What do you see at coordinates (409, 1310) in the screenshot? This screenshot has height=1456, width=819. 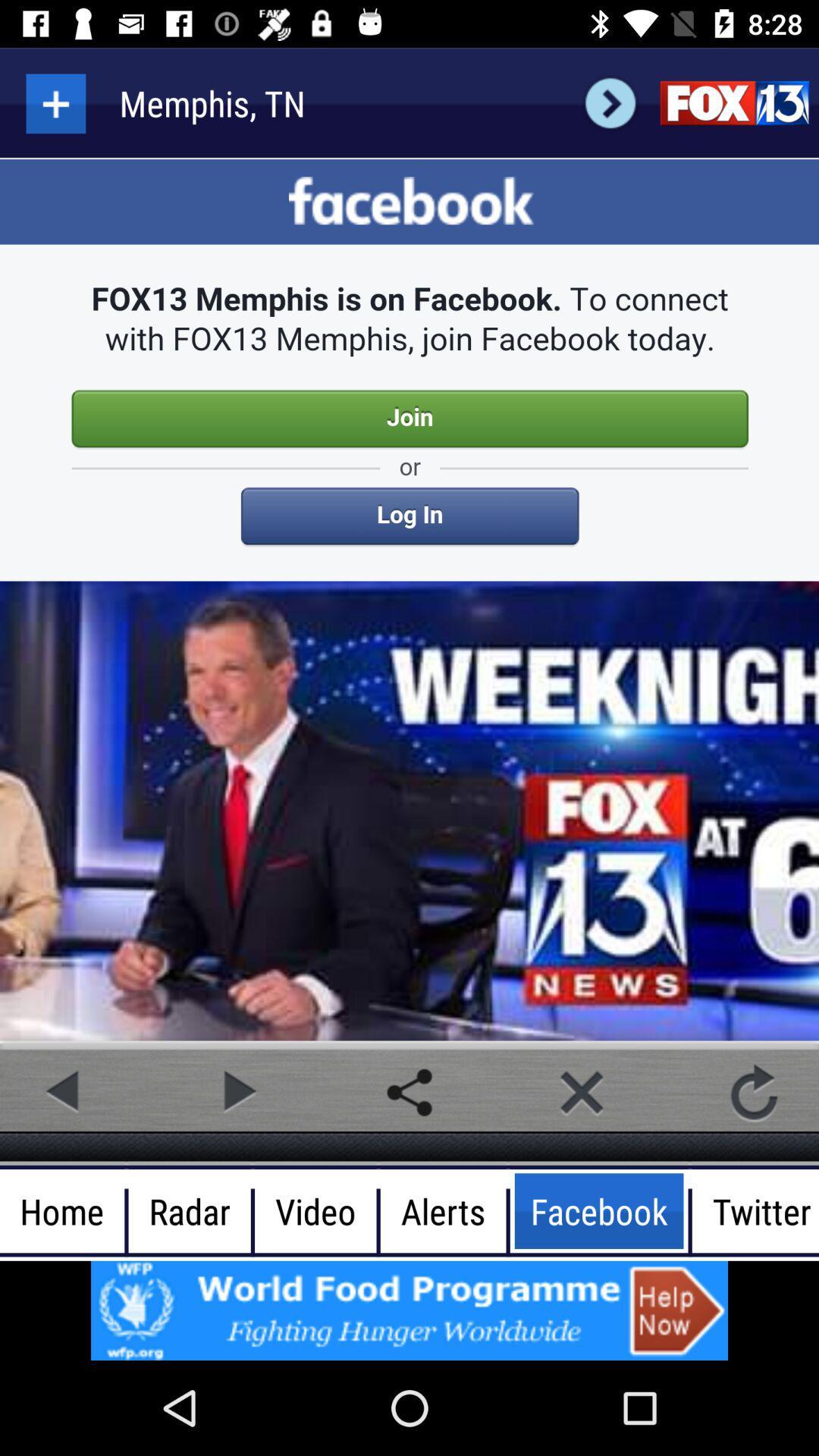 I see `advertisements` at bounding box center [409, 1310].